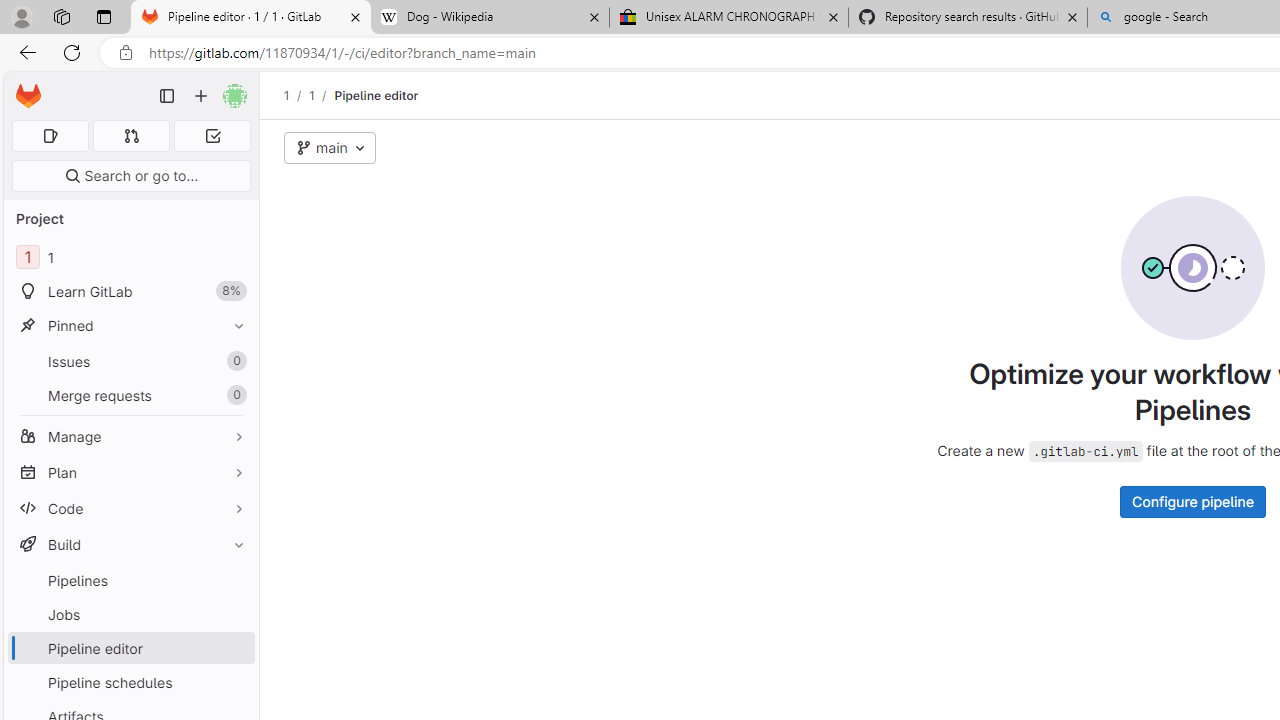  Describe the element at coordinates (490, 17) in the screenshot. I see `'Dog - Wikipedia'` at that location.